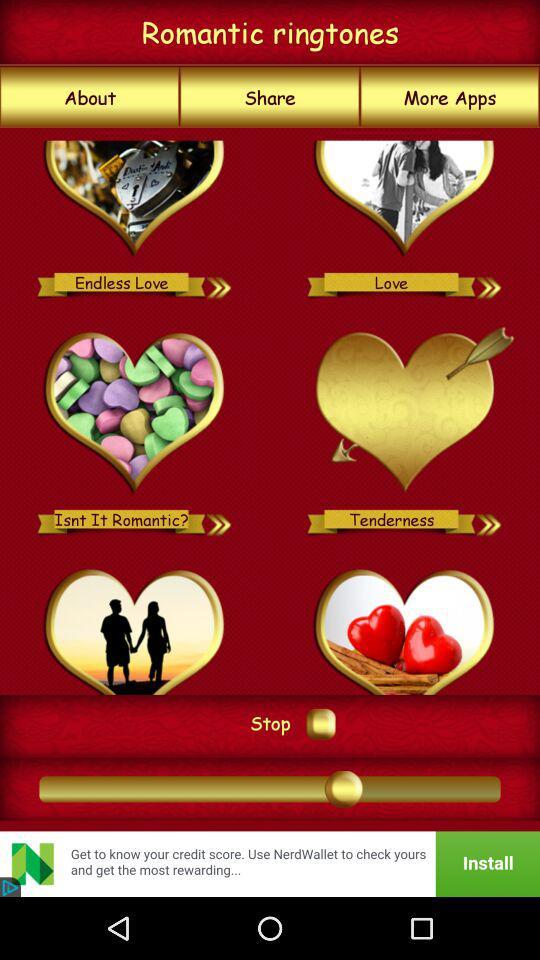 The image size is (540, 960). I want to click on the button at the top left corner, so click(89, 97).